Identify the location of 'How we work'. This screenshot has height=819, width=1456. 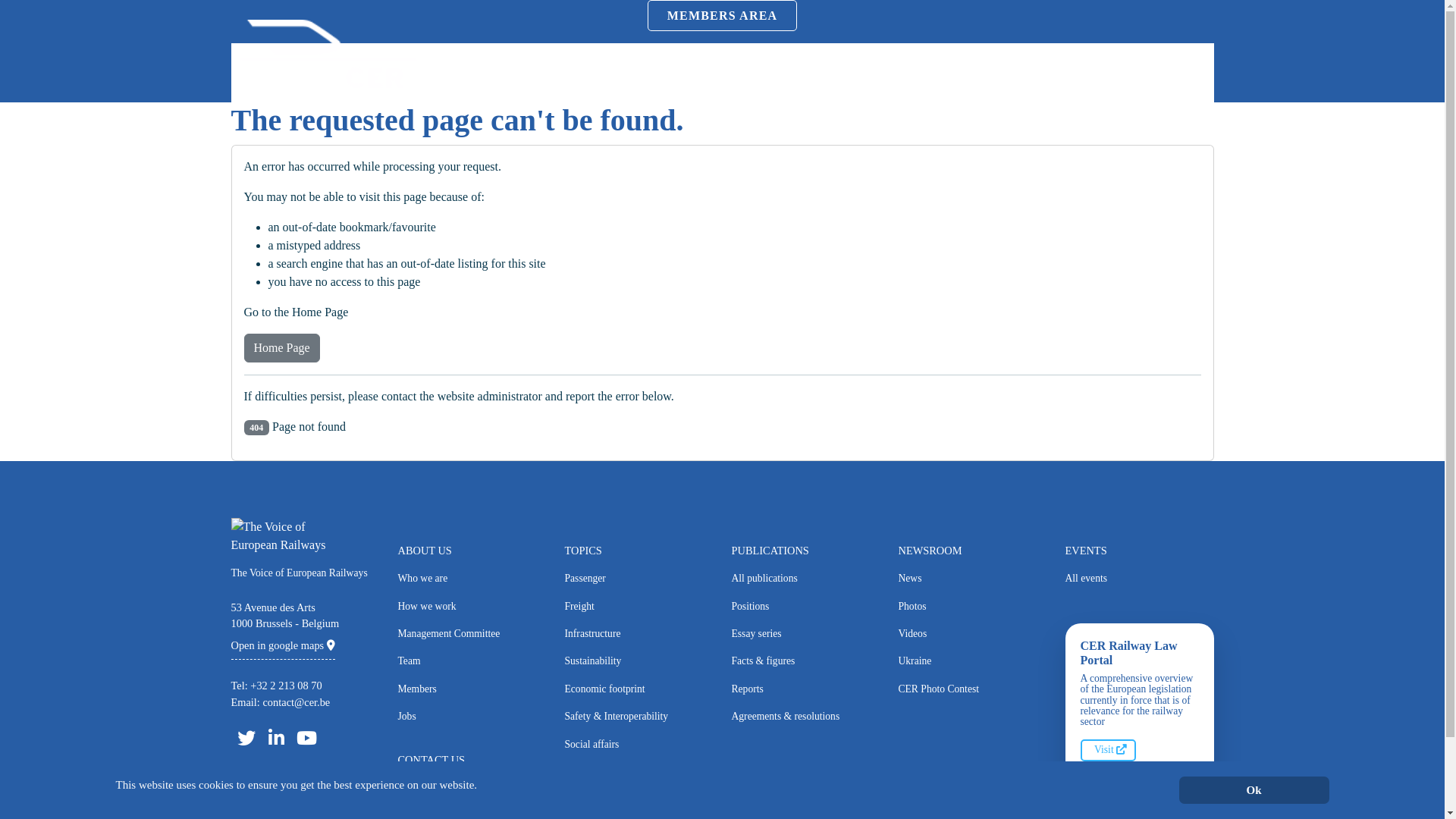
(471, 605).